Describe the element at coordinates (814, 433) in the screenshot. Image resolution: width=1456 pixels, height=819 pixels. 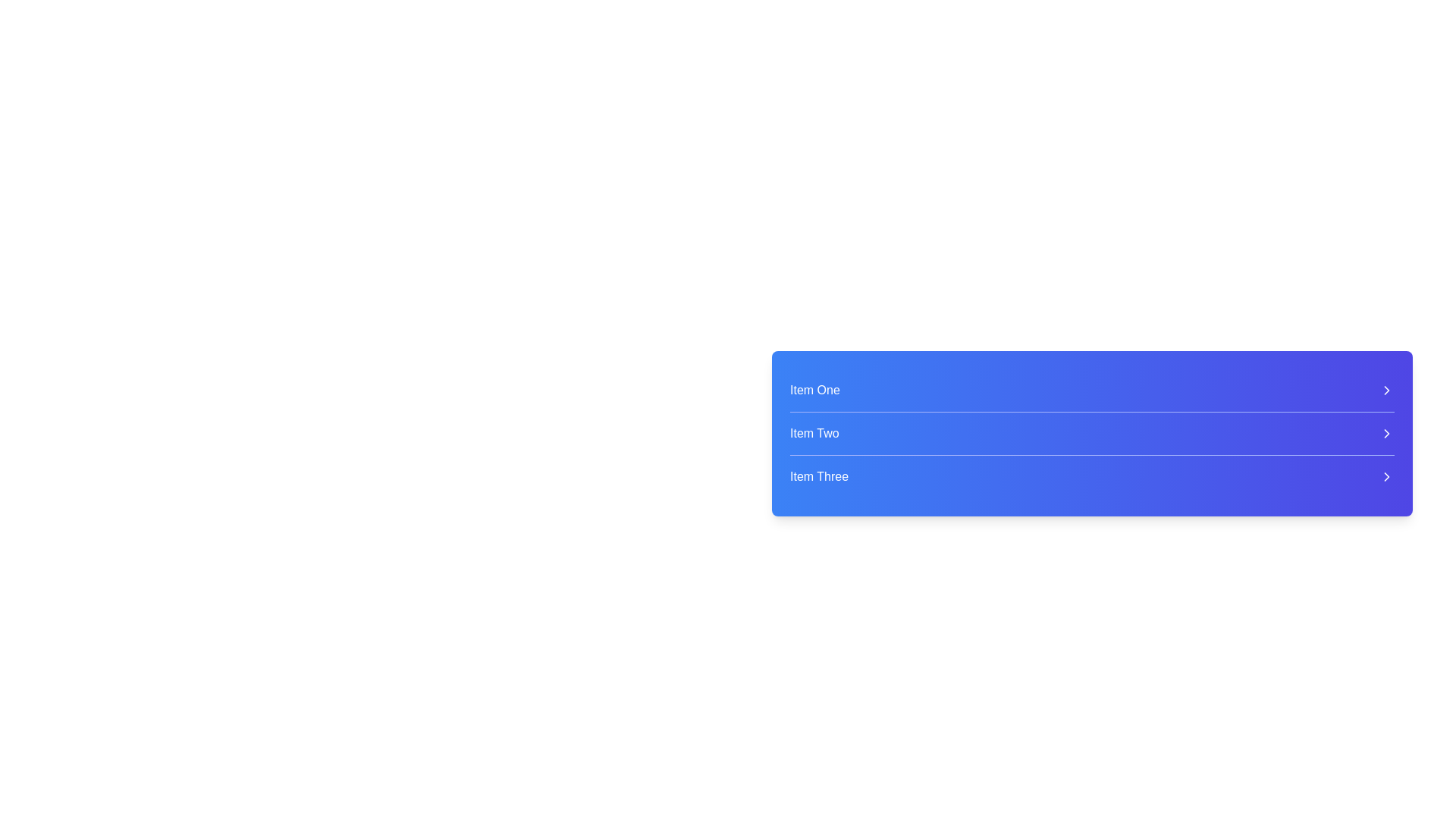
I see `the text label displaying 'Item Two' in white font against a blue background` at that location.